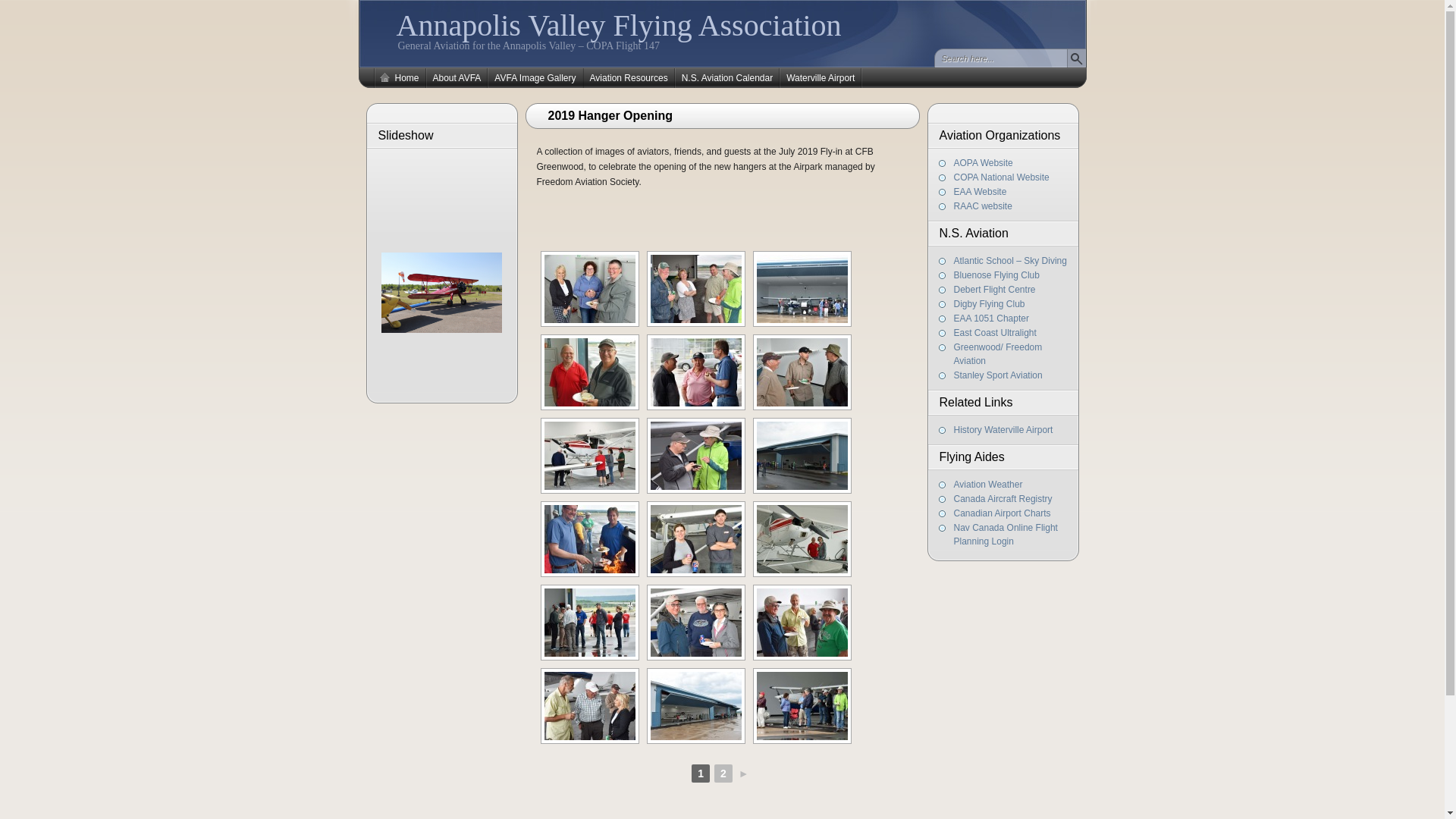 The height and width of the screenshot is (819, 1456). Describe the element at coordinates (723, 773) in the screenshot. I see `'2'` at that location.